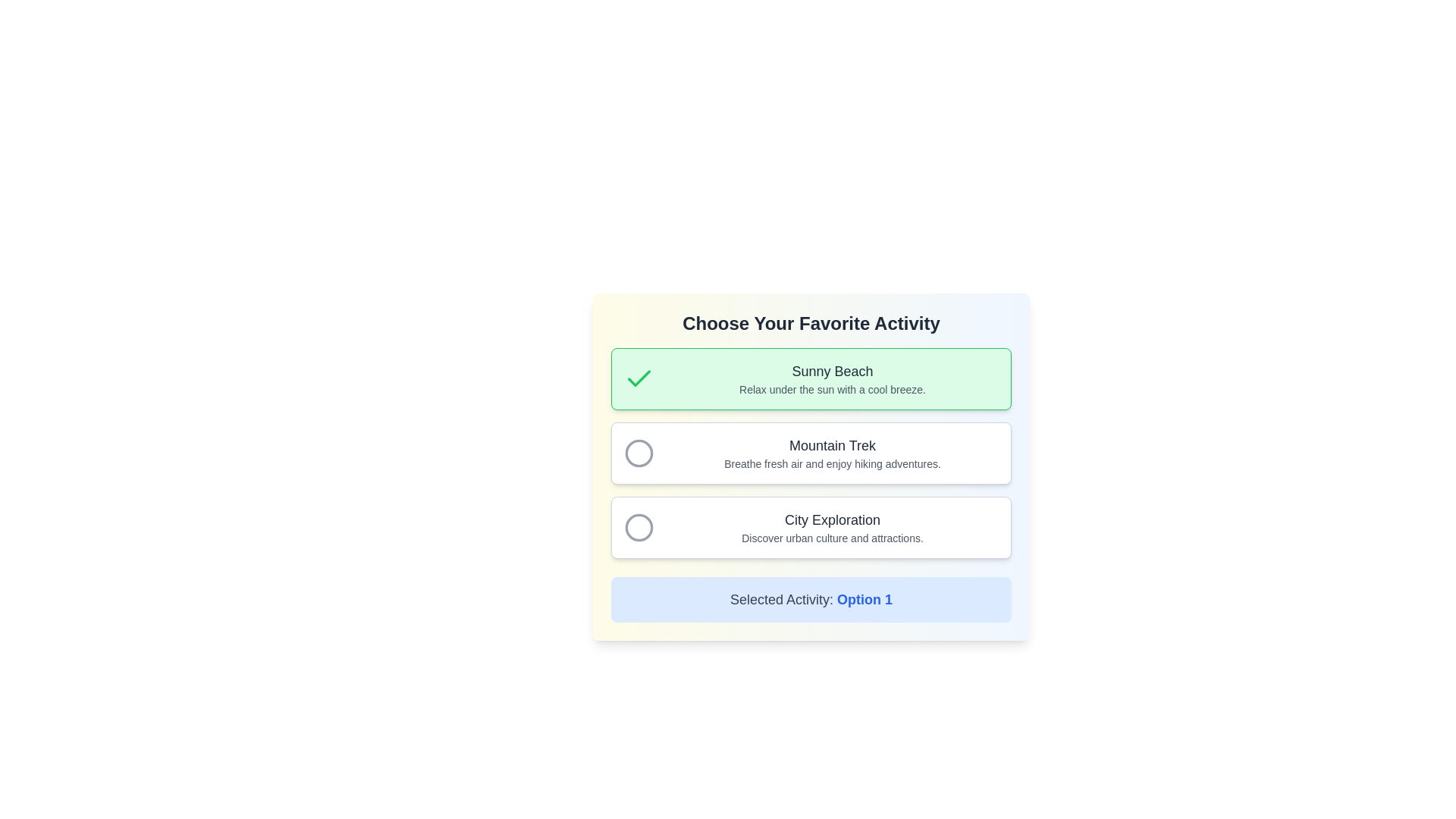 The image size is (1456, 819). What do you see at coordinates (832, 371) in the screenshot?
I see `text element titled 'Sunny Beach', which is the first selectable option under 'Choose Your Favorite Activity'` at bounding box center [832, 371].